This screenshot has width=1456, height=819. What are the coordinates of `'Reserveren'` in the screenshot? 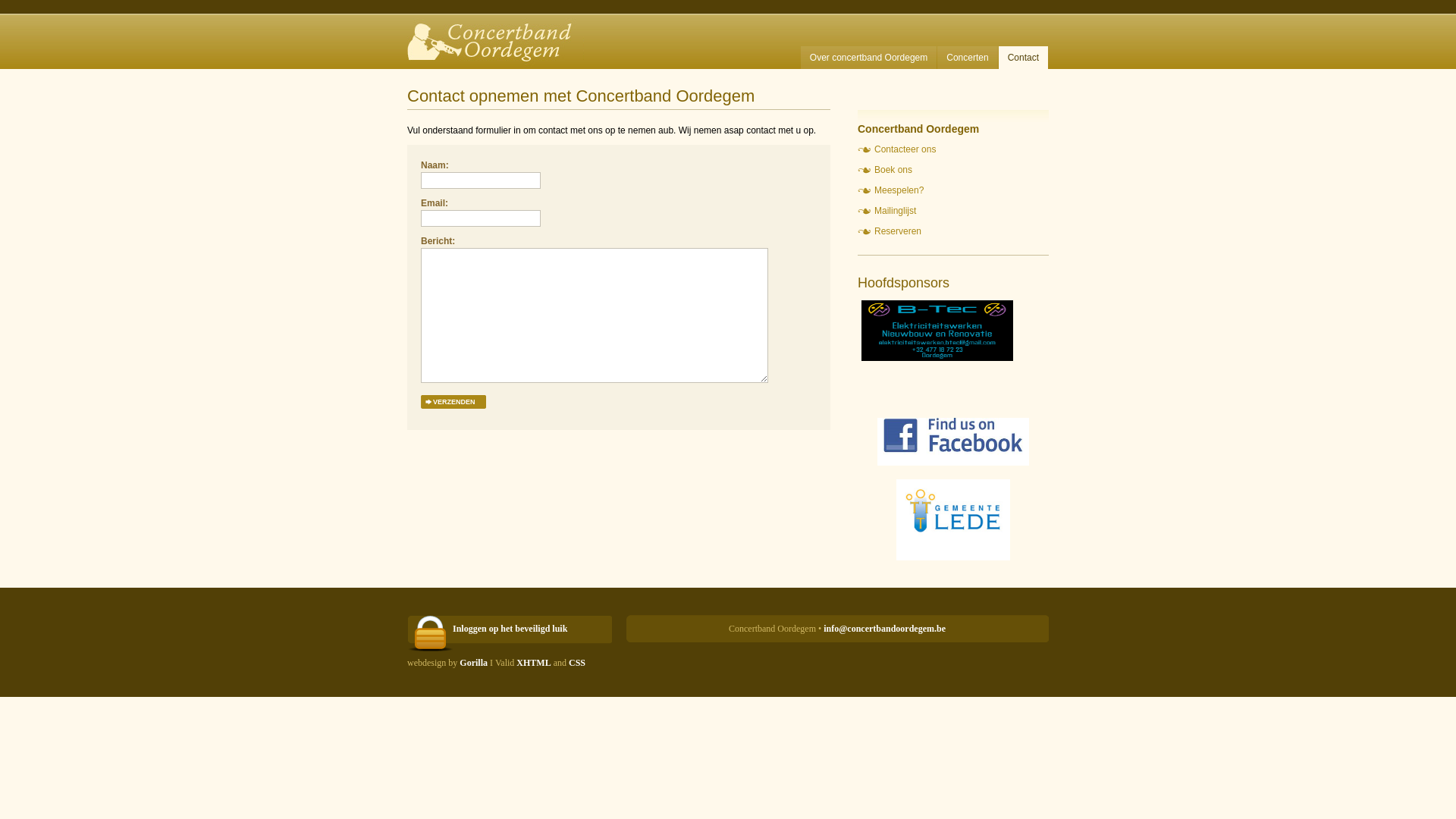 It's located at (889, 231).